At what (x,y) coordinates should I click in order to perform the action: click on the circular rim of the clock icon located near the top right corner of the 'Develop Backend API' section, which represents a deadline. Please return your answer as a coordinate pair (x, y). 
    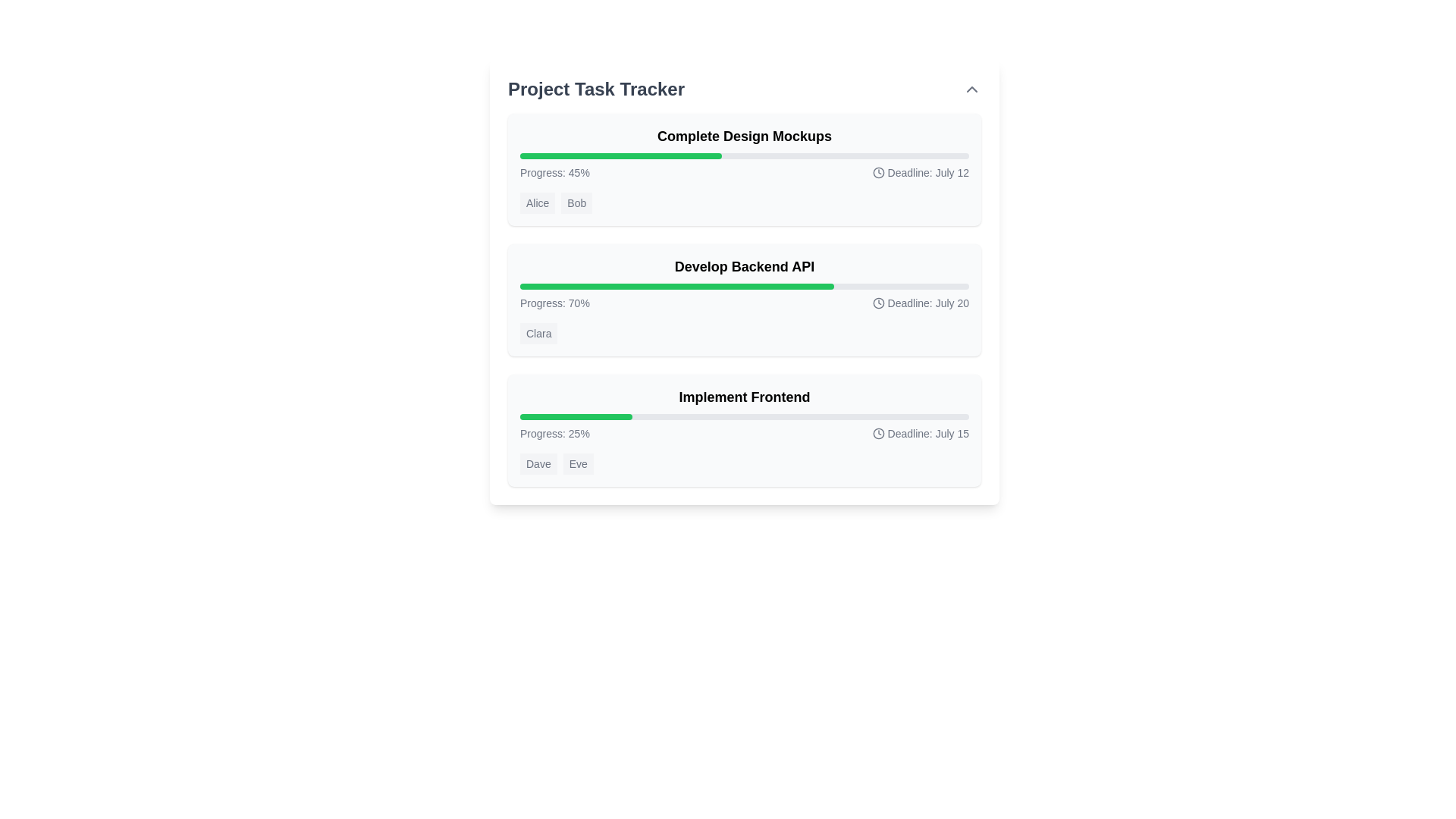
    Looking at the image, I should click on (878, 303).